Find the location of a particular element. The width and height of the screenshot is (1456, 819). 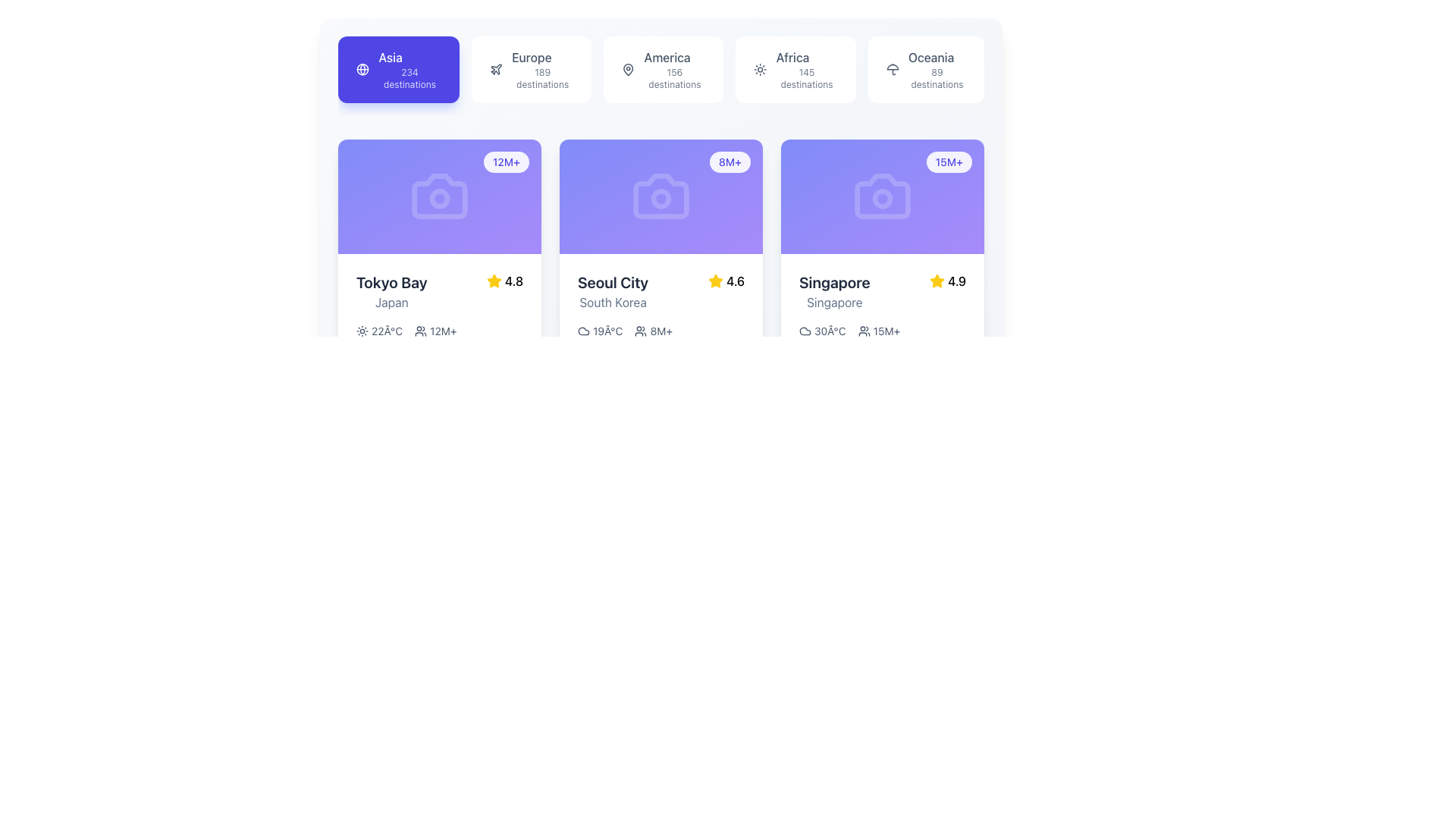

the 'Tokyo Bay' text label is located at coordinates (391, 282).